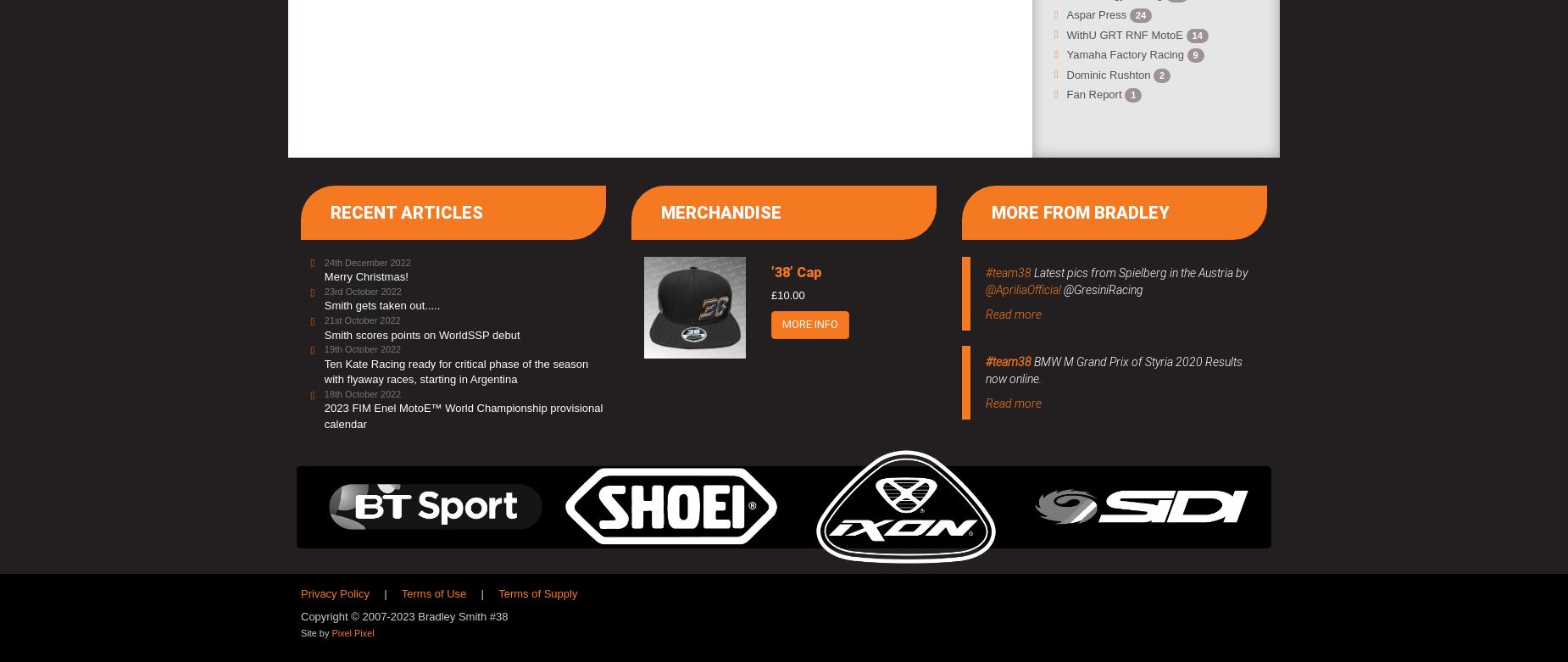 Image resolution: width=1568 pixels, height=662 pixels. Describe the element at coordinates (366, 261) in the screenshot. I see `'24th December 2022'` at that location.